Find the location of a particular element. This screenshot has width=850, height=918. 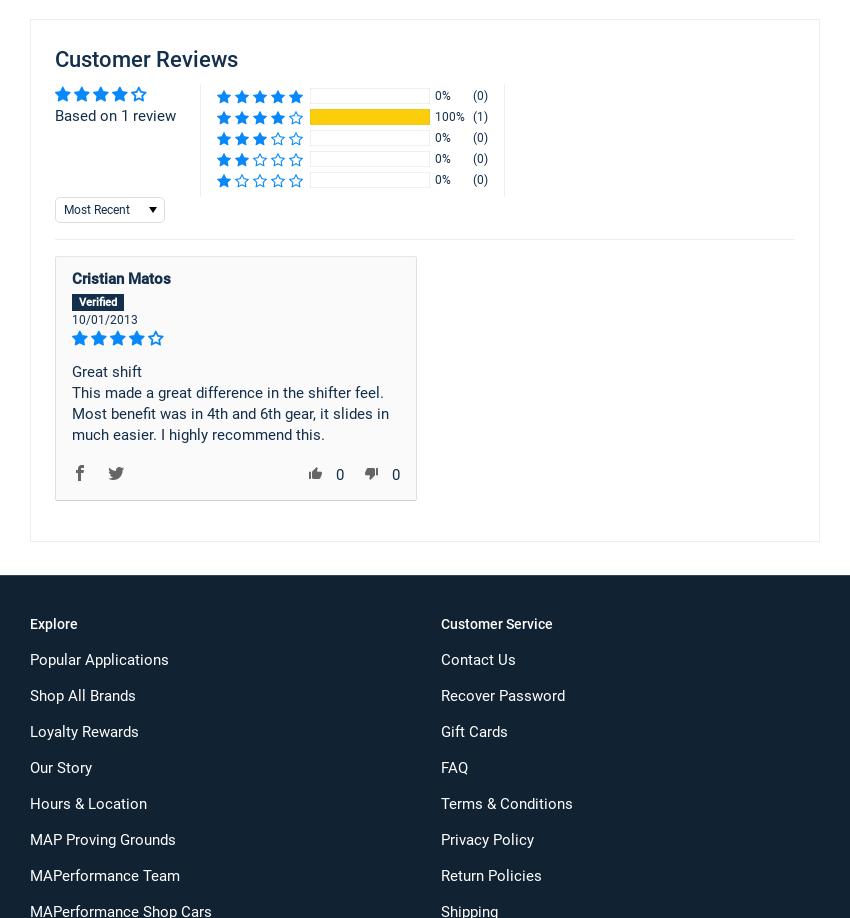

'FAQ' is located at coordinates (453, 767).